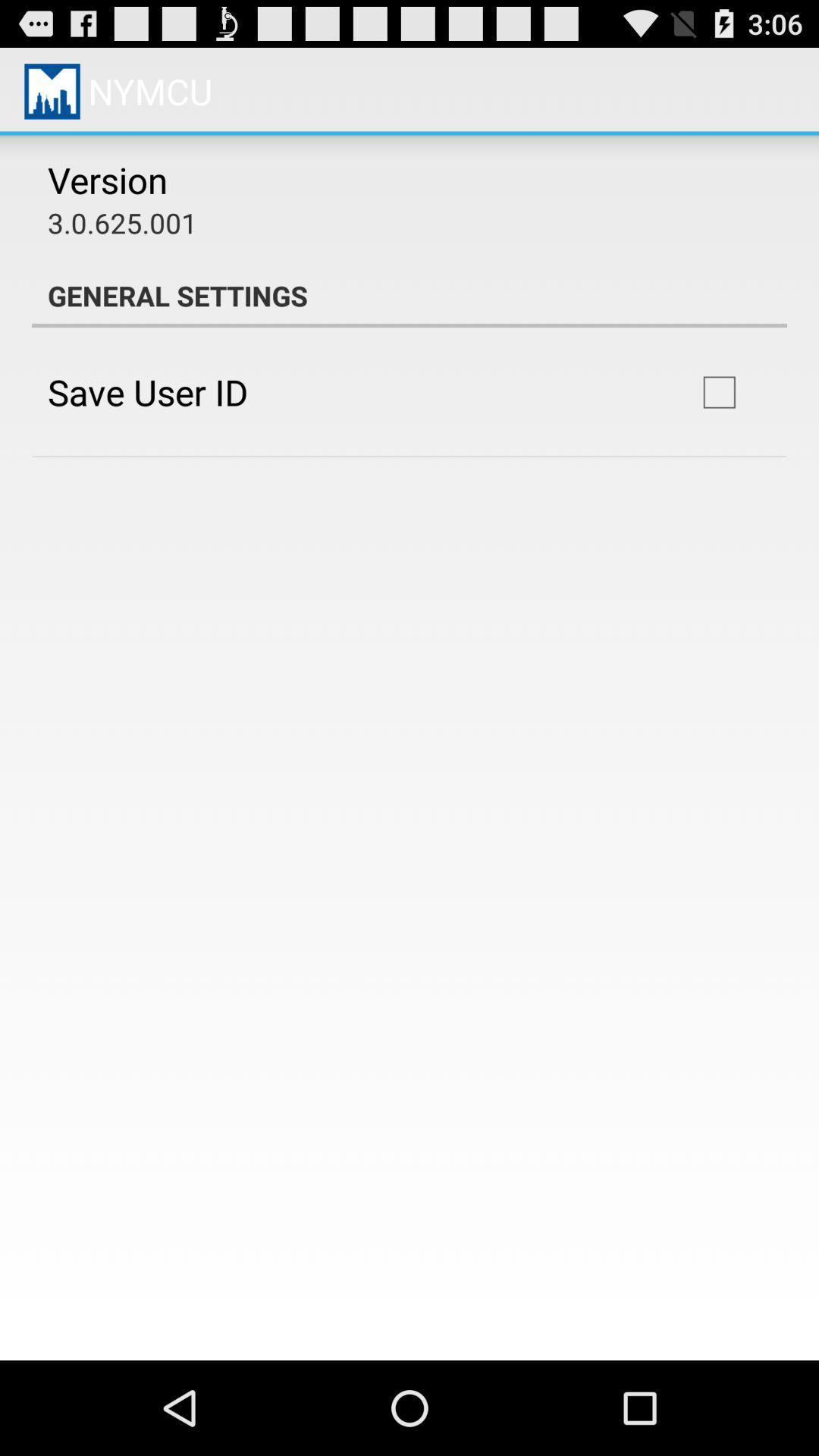 This screenshot has width=819, height=1456. Describe the element at coordinates (718, 392) in the screenshot. I see `icon next to save user id item` at that location.